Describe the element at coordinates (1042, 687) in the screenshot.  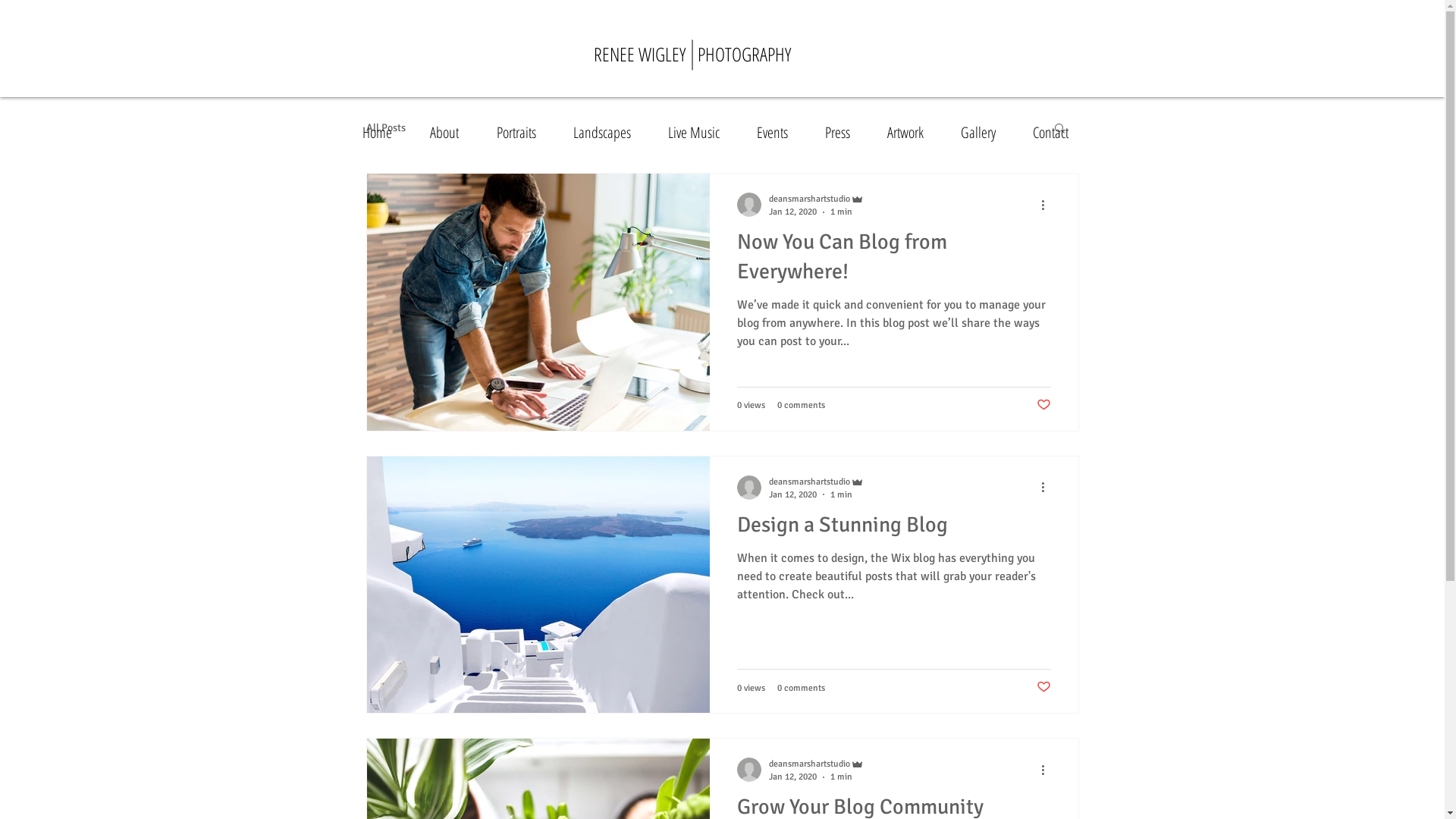
I see `'Post not marked as liked'` at that location.